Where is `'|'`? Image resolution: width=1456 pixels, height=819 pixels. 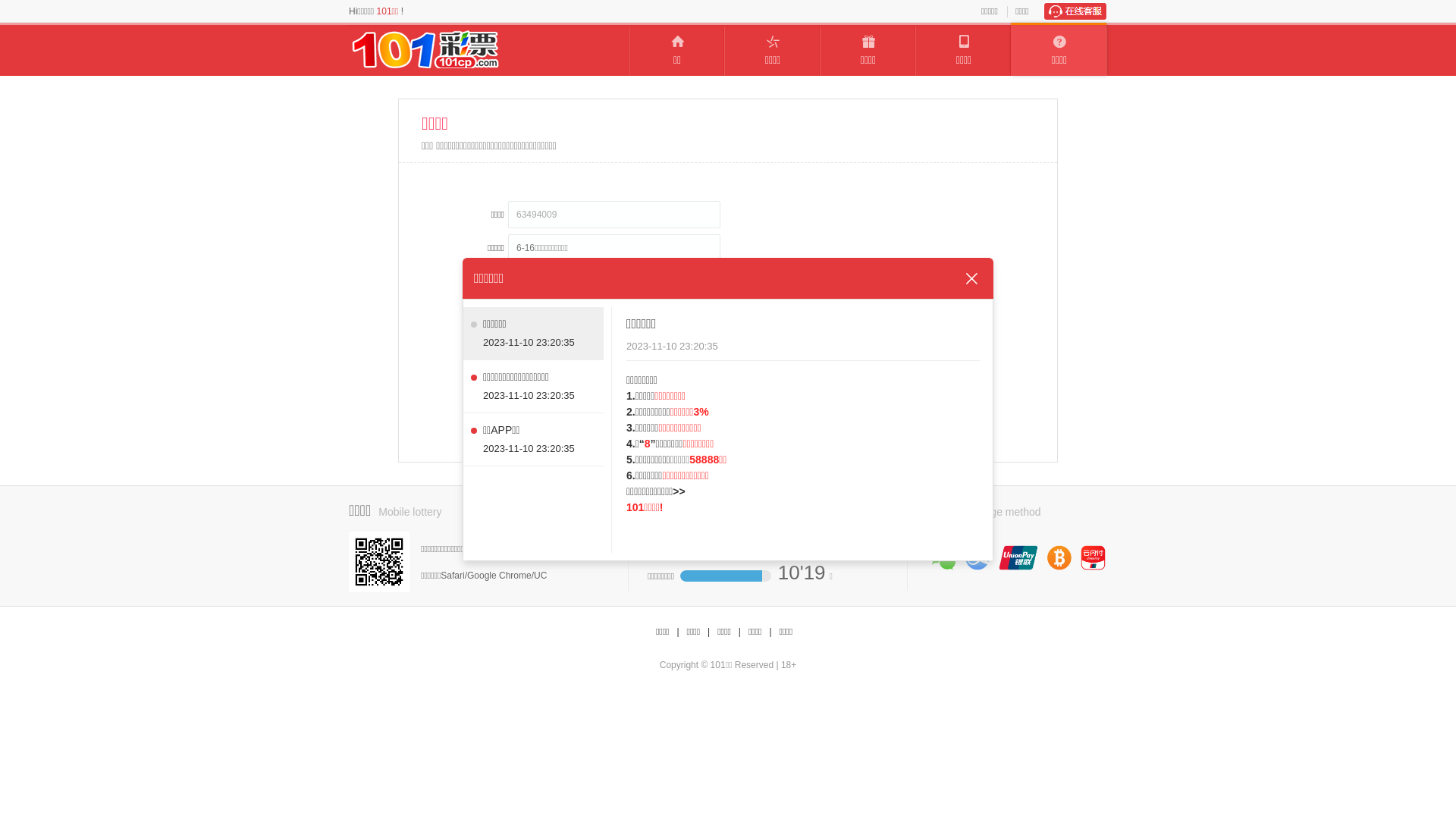
'|' is located at coordinates (770, 632).